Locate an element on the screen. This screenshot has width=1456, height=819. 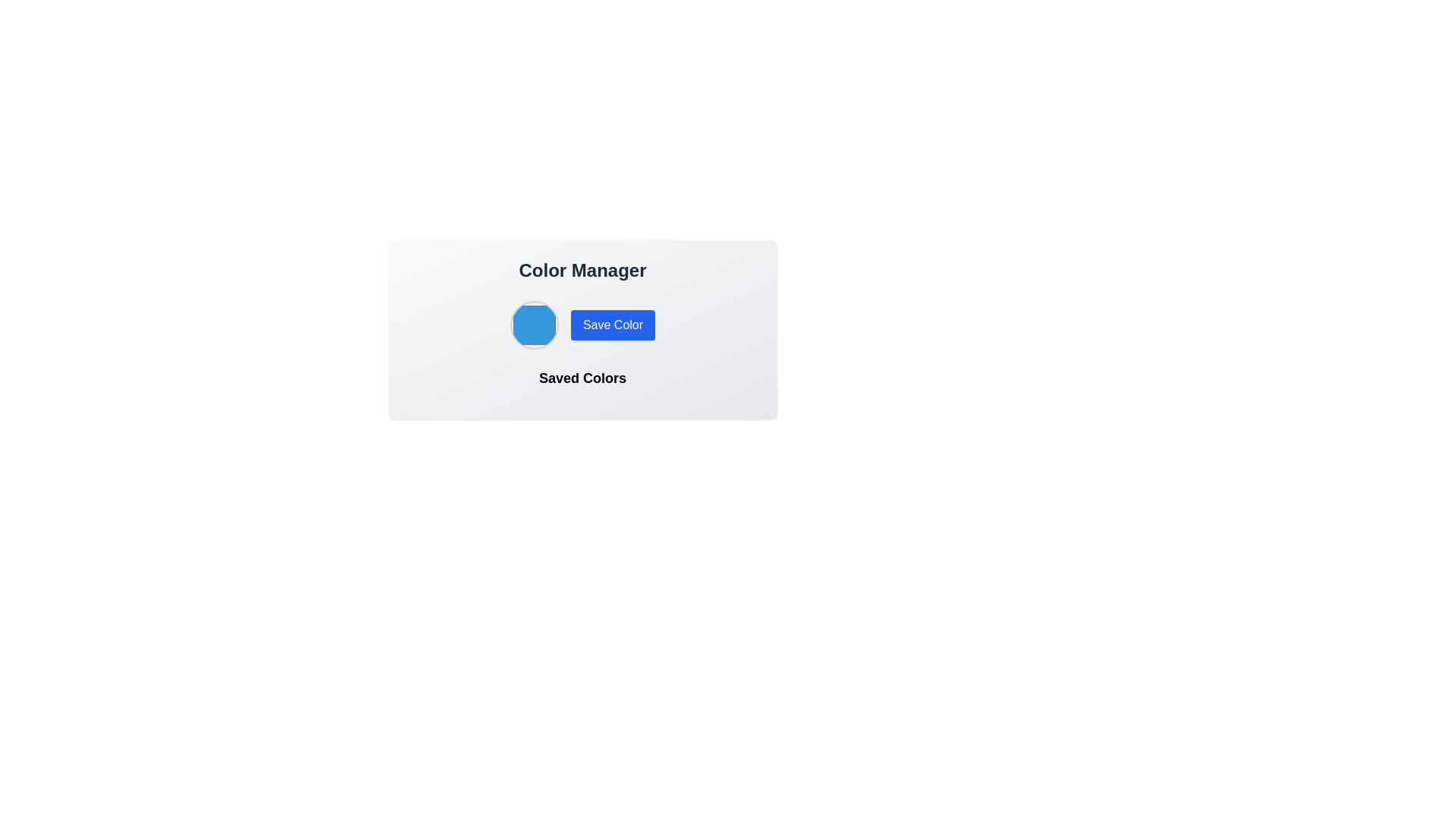
the 'Saved Colors' text label element, which is styled with a bold font and is located below the 'Save Color' button in the color management interface is located at coordinates (582, 383).